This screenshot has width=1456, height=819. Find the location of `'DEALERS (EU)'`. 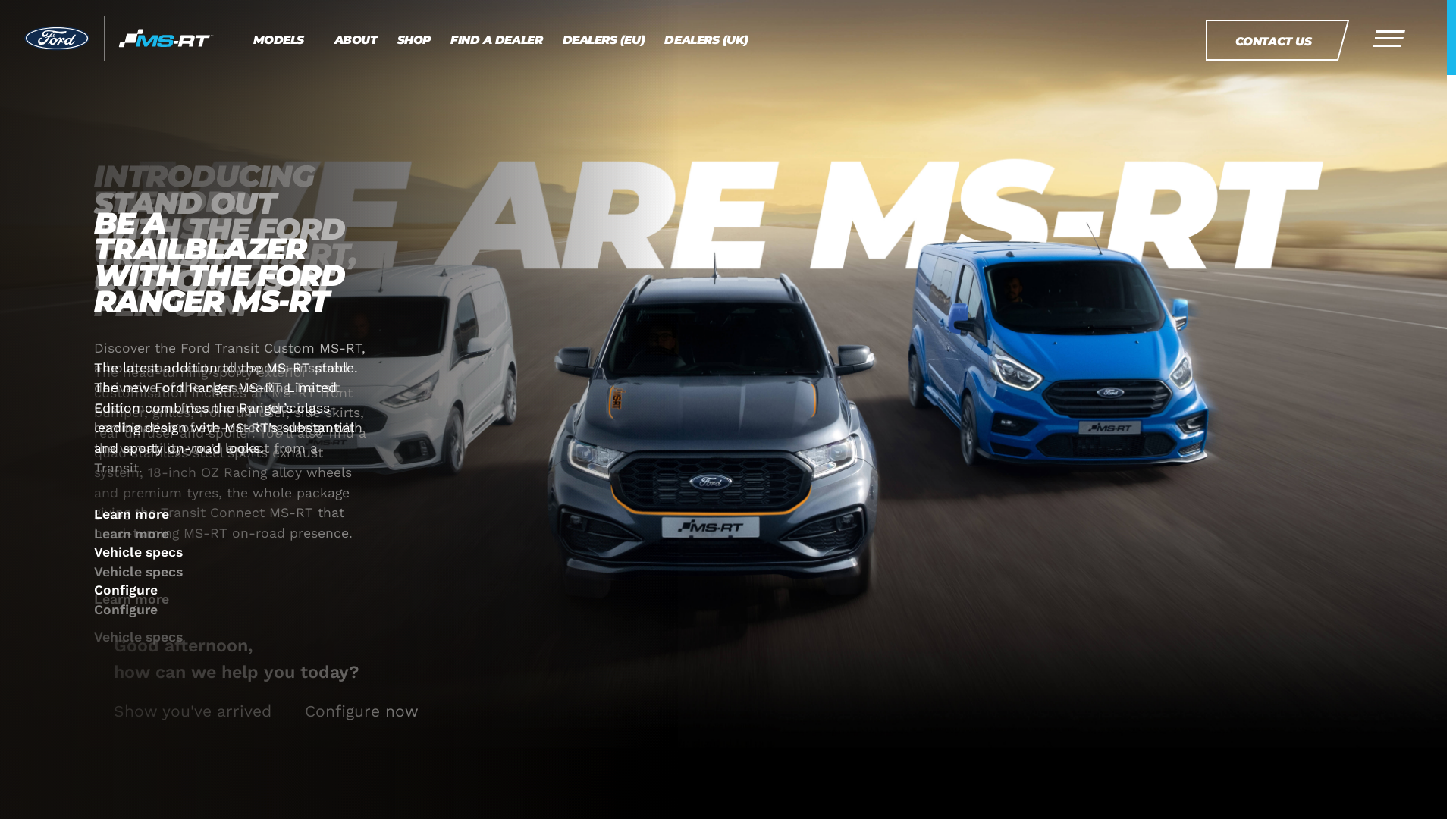

'DEALERS (EU)' is located at coordinates (599, 39).